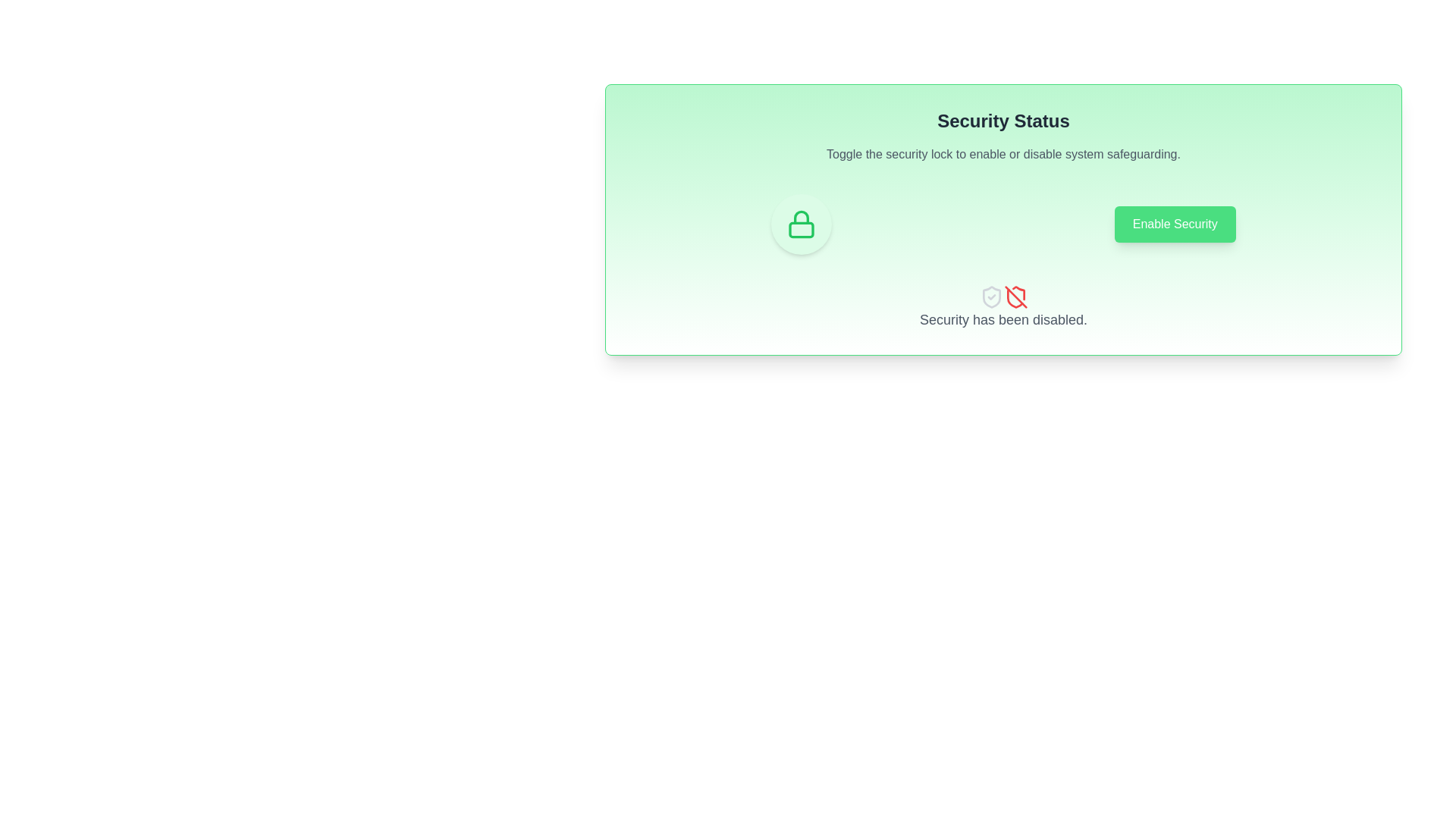 The width and height of the screenshot is (1456, 819). What do you see at coordinates (801, 224) in the screenshot?
I see `the security lock status indicator icon, which is a visual cue located to the left of the 'Enable Security' button, positioned near the upper-center of the green panel` at bounding box center [801, 224].